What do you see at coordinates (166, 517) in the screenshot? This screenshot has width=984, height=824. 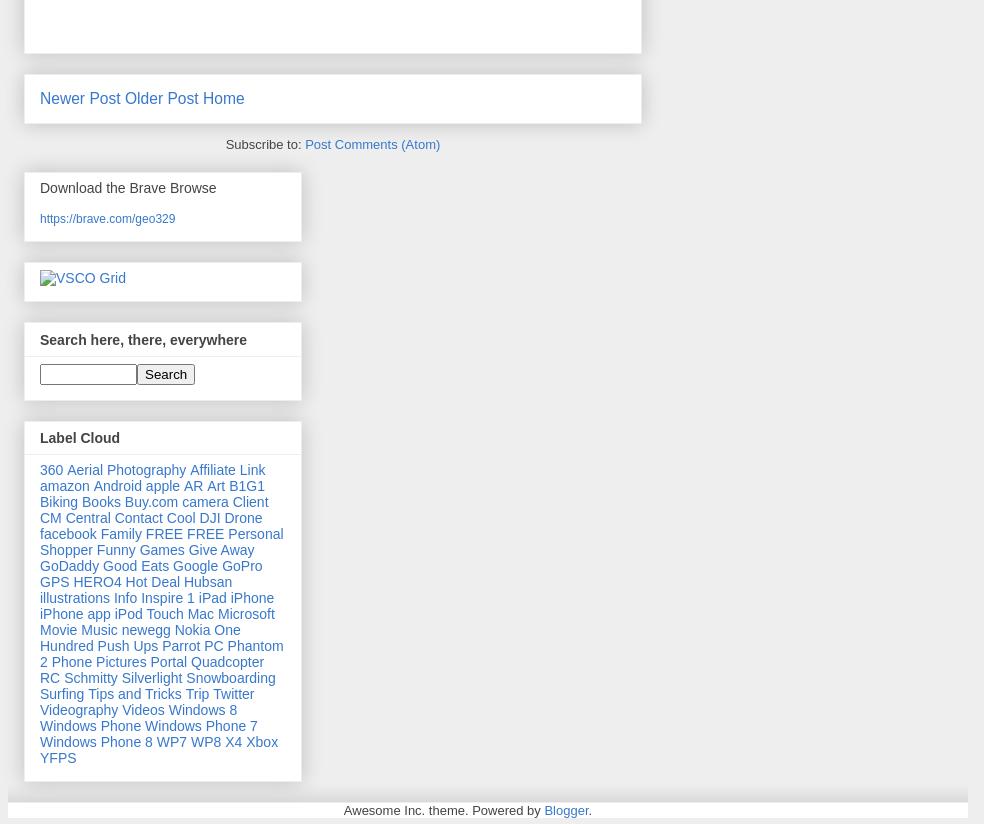 I see `'Cool'` at bounding box center [166, 517].